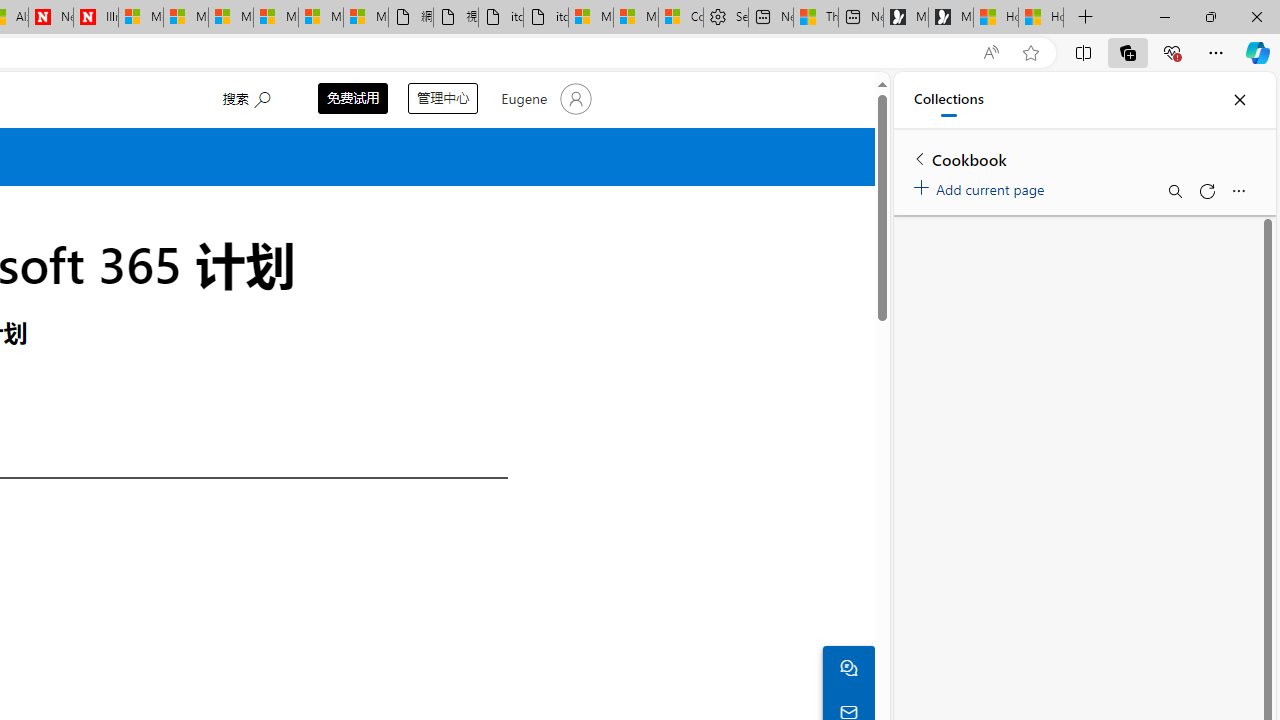 This screenshot has width=1280, height=720. I want to click on 'More options menu', so click(1237, 191).